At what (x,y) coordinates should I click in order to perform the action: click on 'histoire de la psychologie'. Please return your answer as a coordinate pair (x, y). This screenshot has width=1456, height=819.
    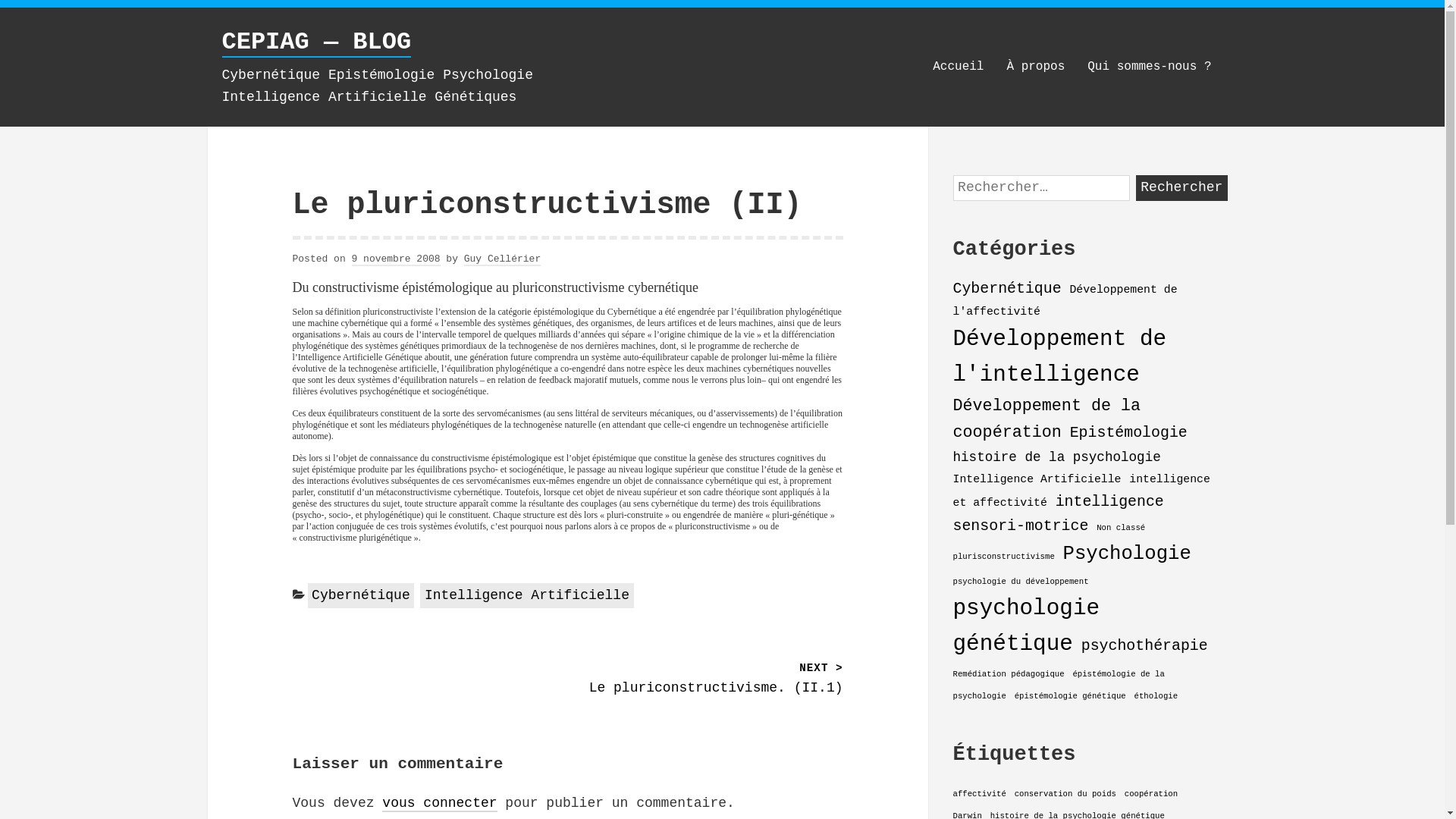
    Looking at the image, I should click on (1055, 456).